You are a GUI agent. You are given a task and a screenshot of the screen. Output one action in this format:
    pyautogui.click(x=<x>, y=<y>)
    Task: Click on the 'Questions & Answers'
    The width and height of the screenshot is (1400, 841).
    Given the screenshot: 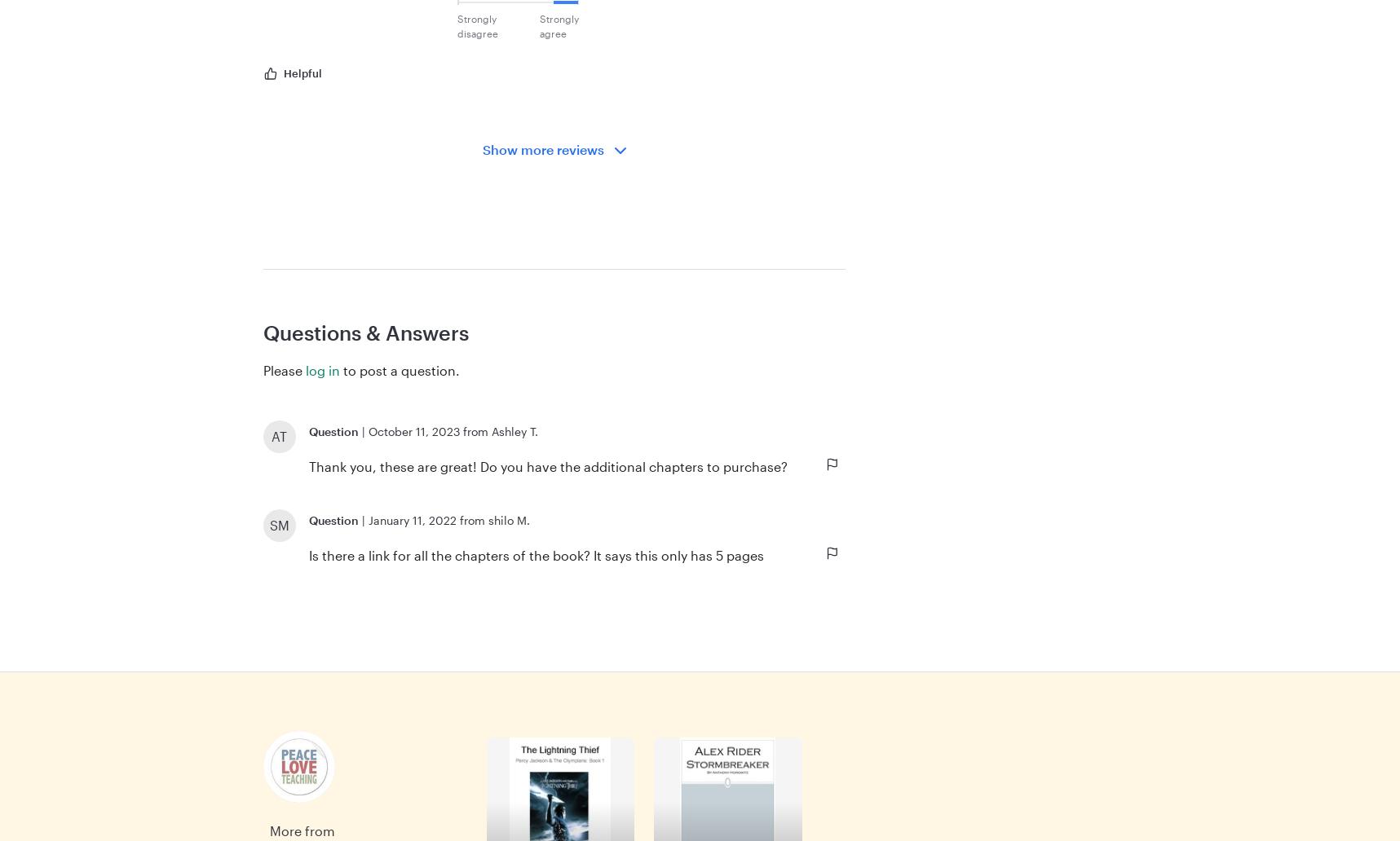 What is the action you would take?
    pyautogui.click(x=262, y=331)
    